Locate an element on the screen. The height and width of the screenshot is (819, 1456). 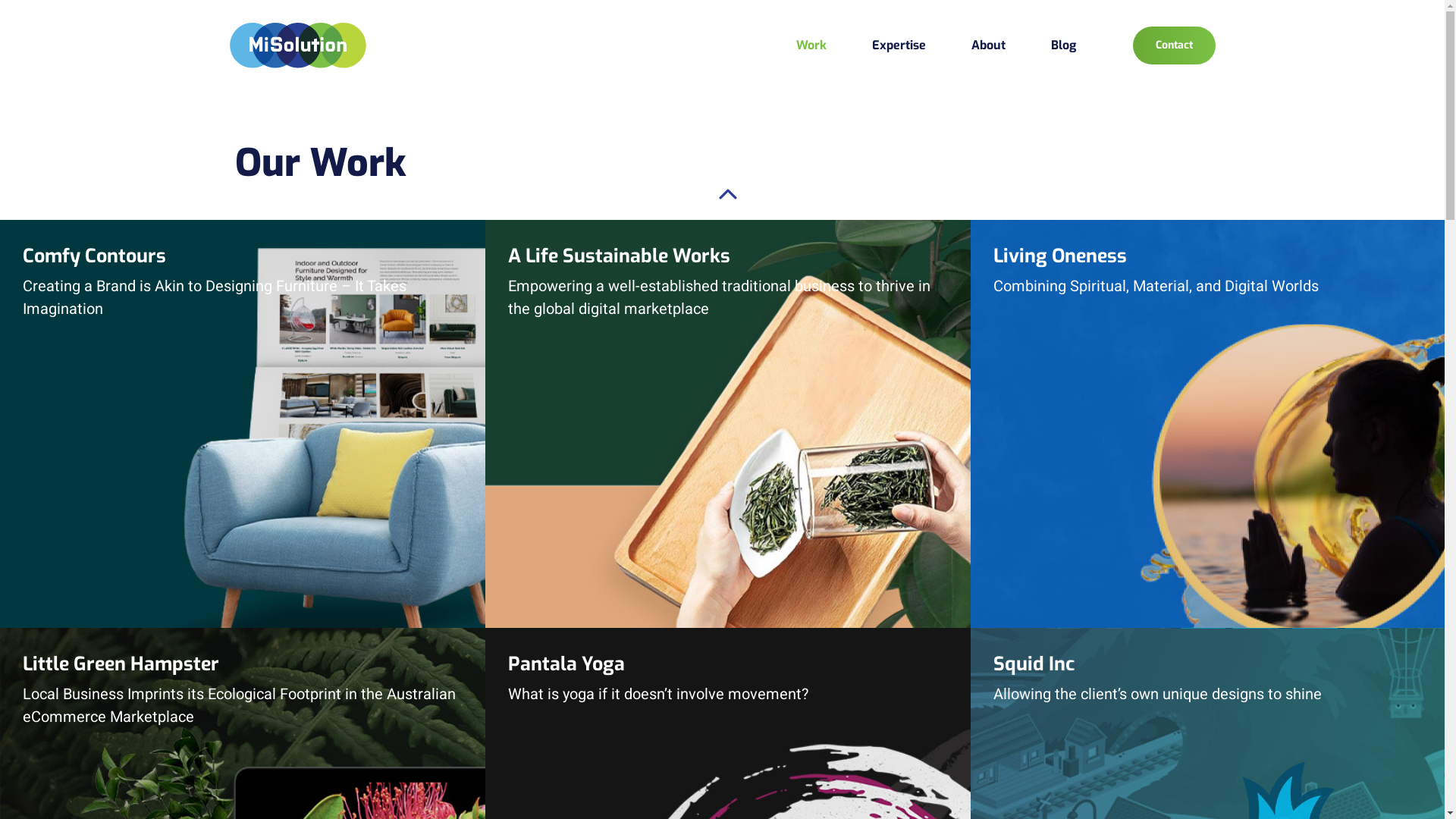
'Work' is located at coordinates (795, 44).